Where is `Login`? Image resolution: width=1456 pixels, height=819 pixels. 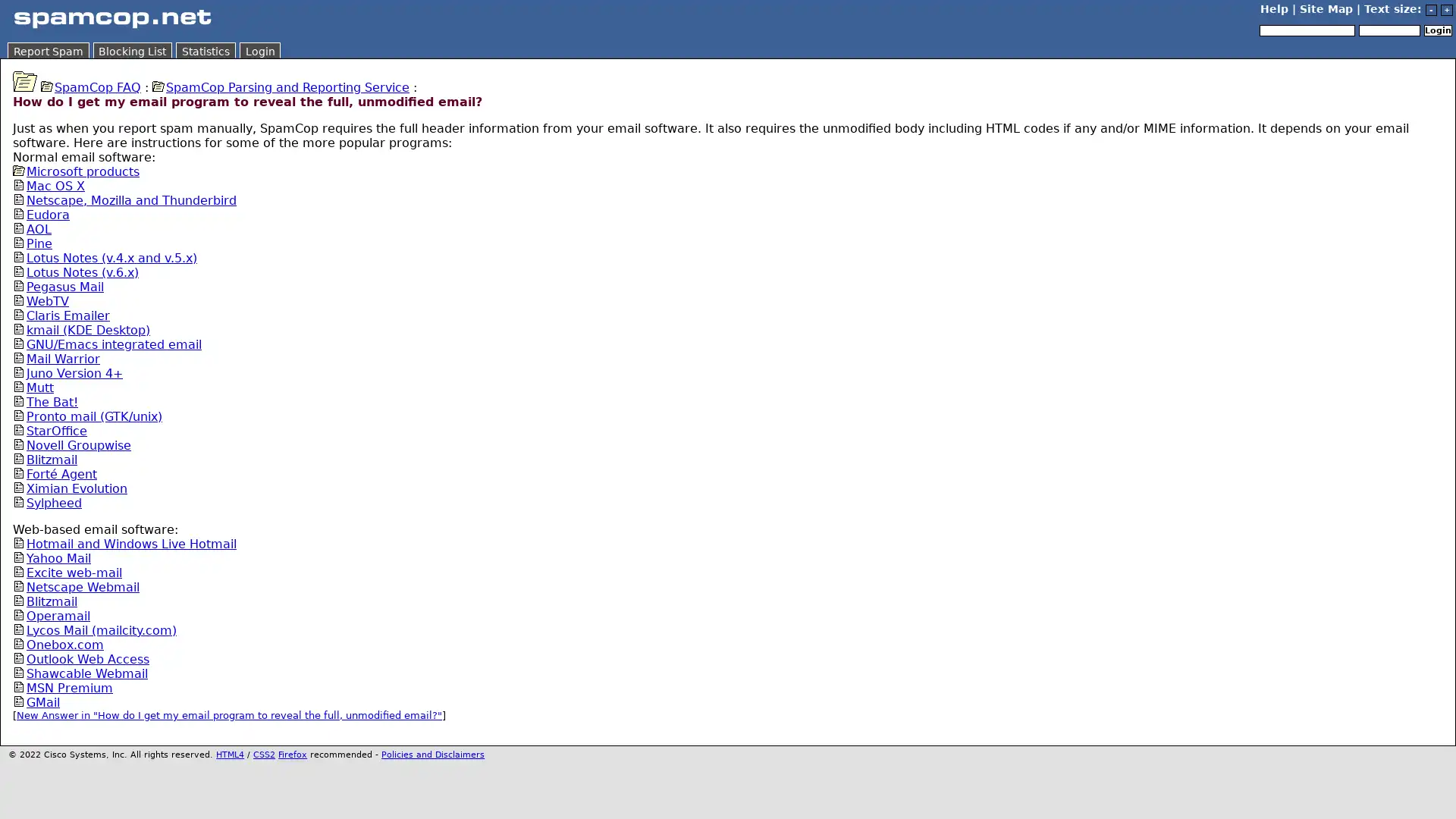
Login is located at coordinates (1437, 30).